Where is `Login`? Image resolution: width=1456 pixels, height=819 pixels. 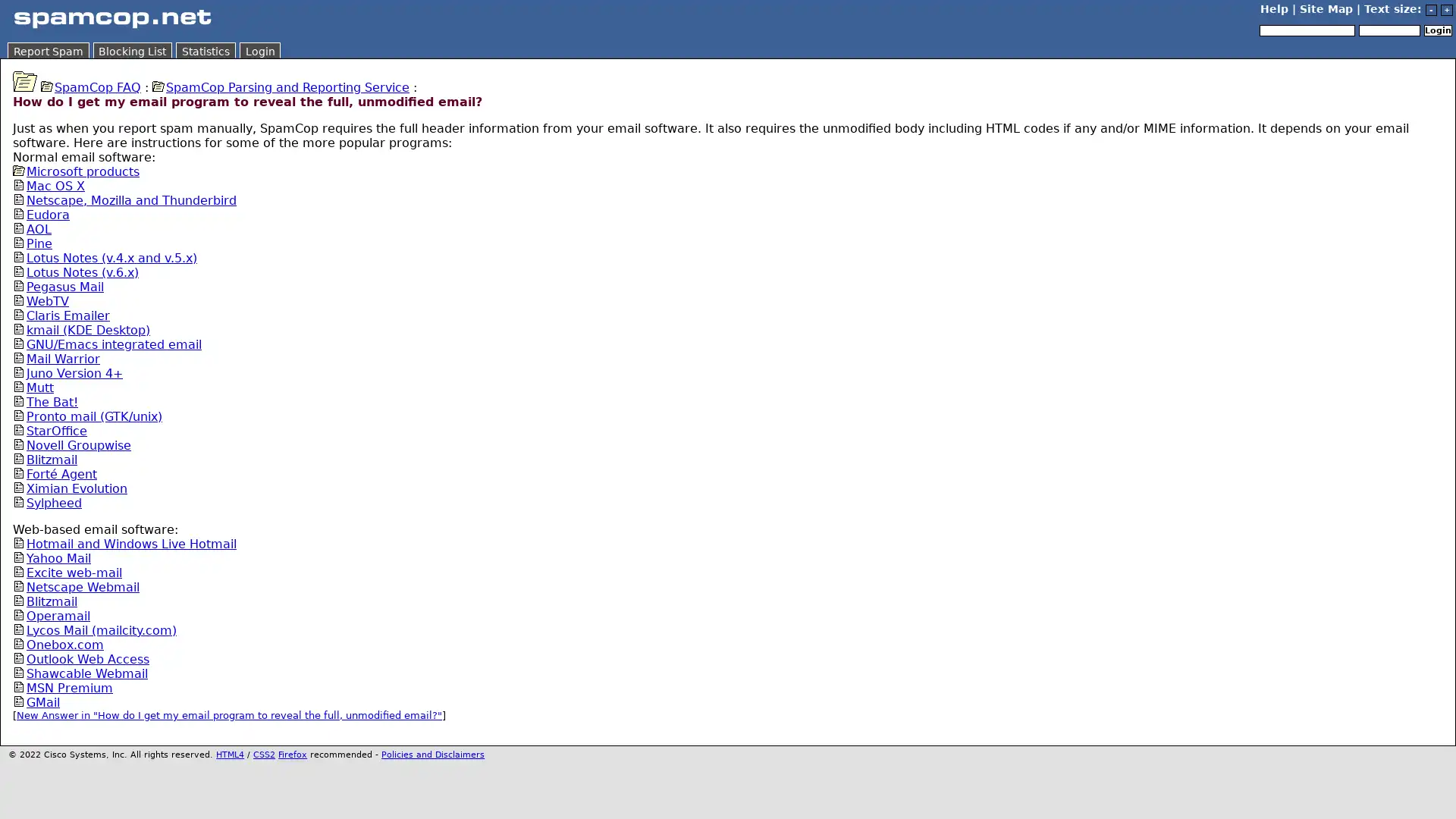
Login is located at coordinates (1437, 30).